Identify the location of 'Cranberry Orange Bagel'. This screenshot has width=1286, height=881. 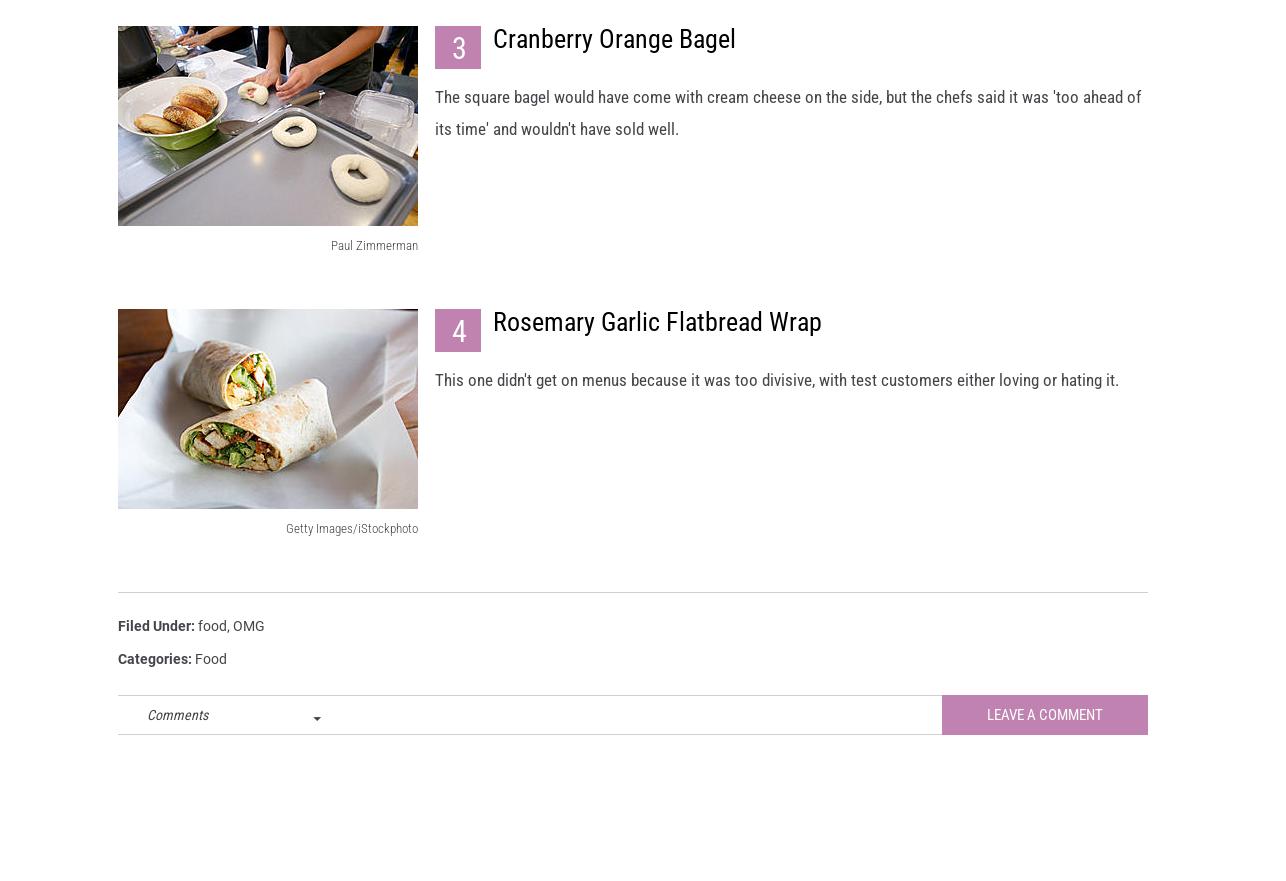
(492, 57).